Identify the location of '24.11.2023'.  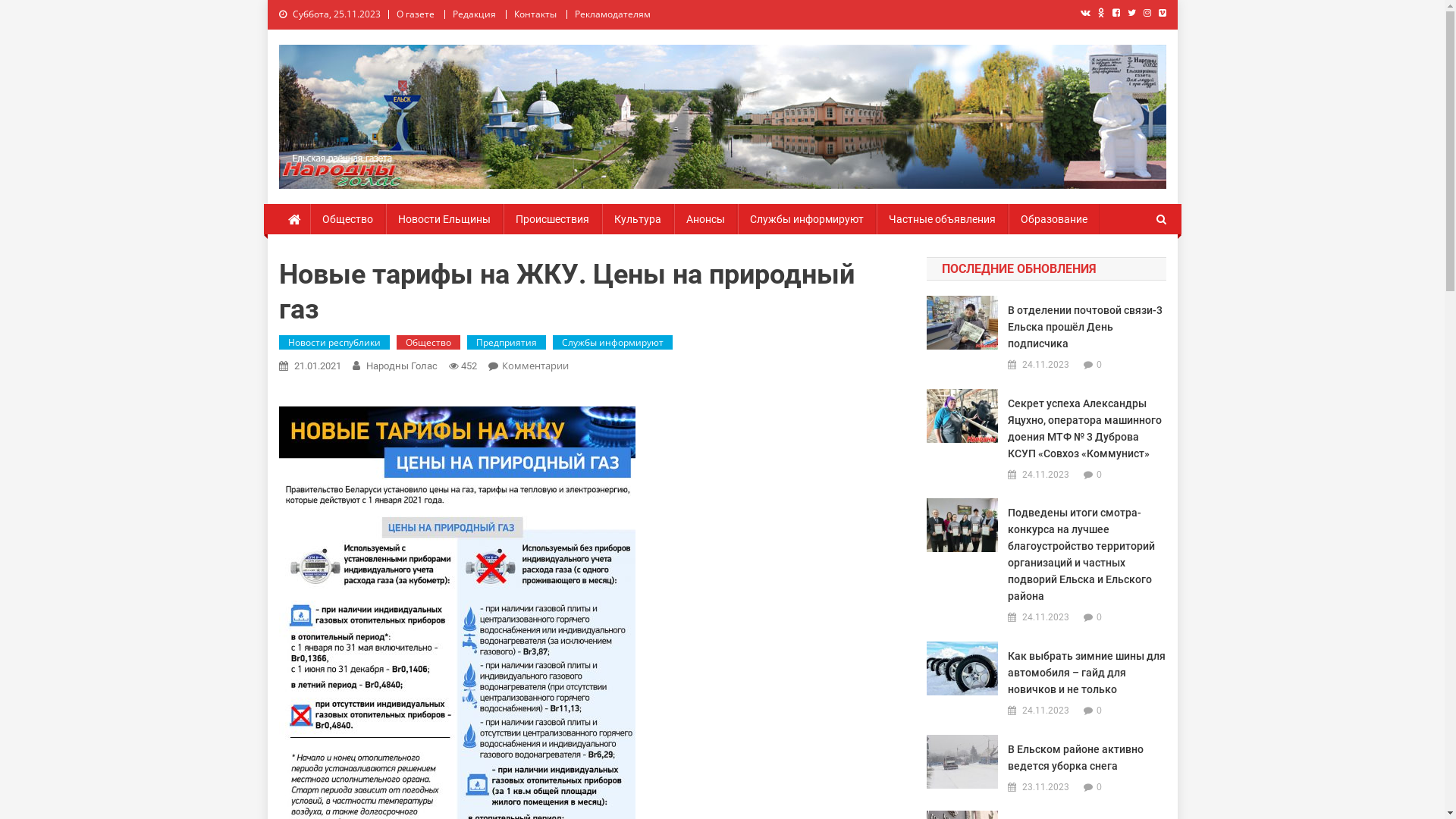
(1044, 711).